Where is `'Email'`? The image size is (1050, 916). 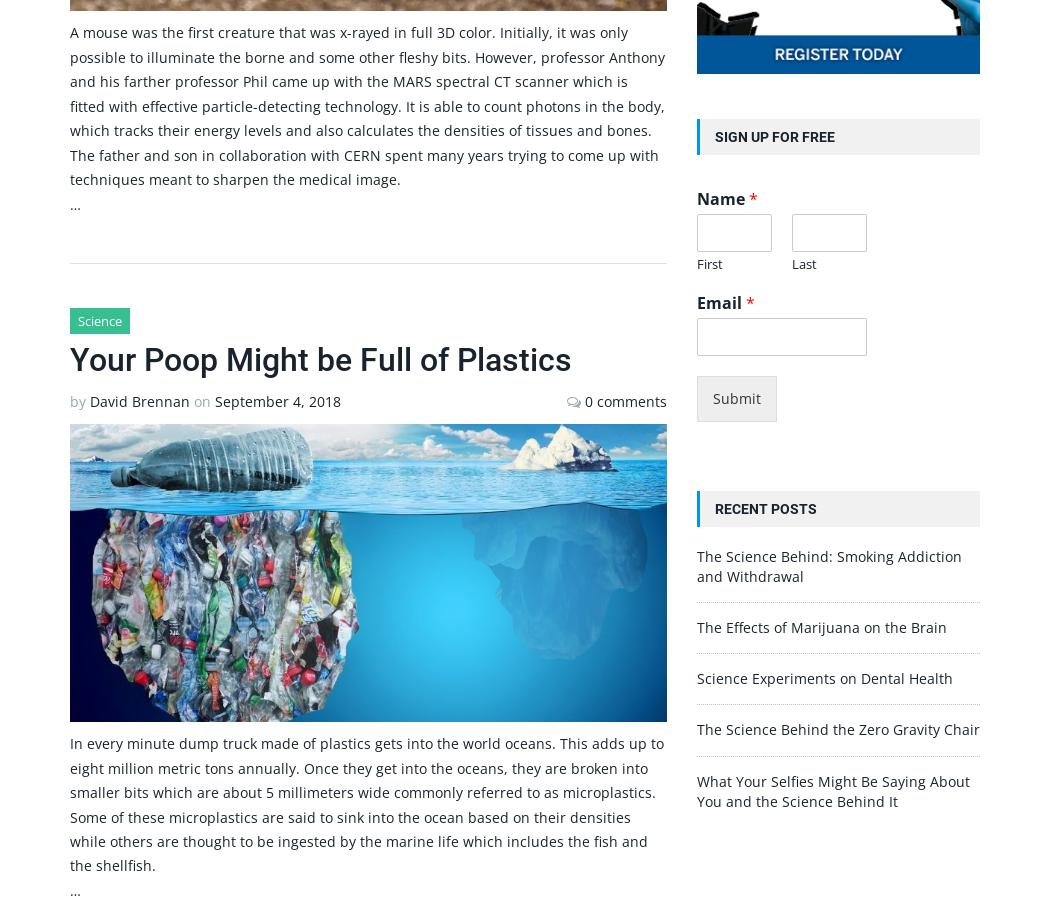
'Email' is located at coordinates (719, 301).